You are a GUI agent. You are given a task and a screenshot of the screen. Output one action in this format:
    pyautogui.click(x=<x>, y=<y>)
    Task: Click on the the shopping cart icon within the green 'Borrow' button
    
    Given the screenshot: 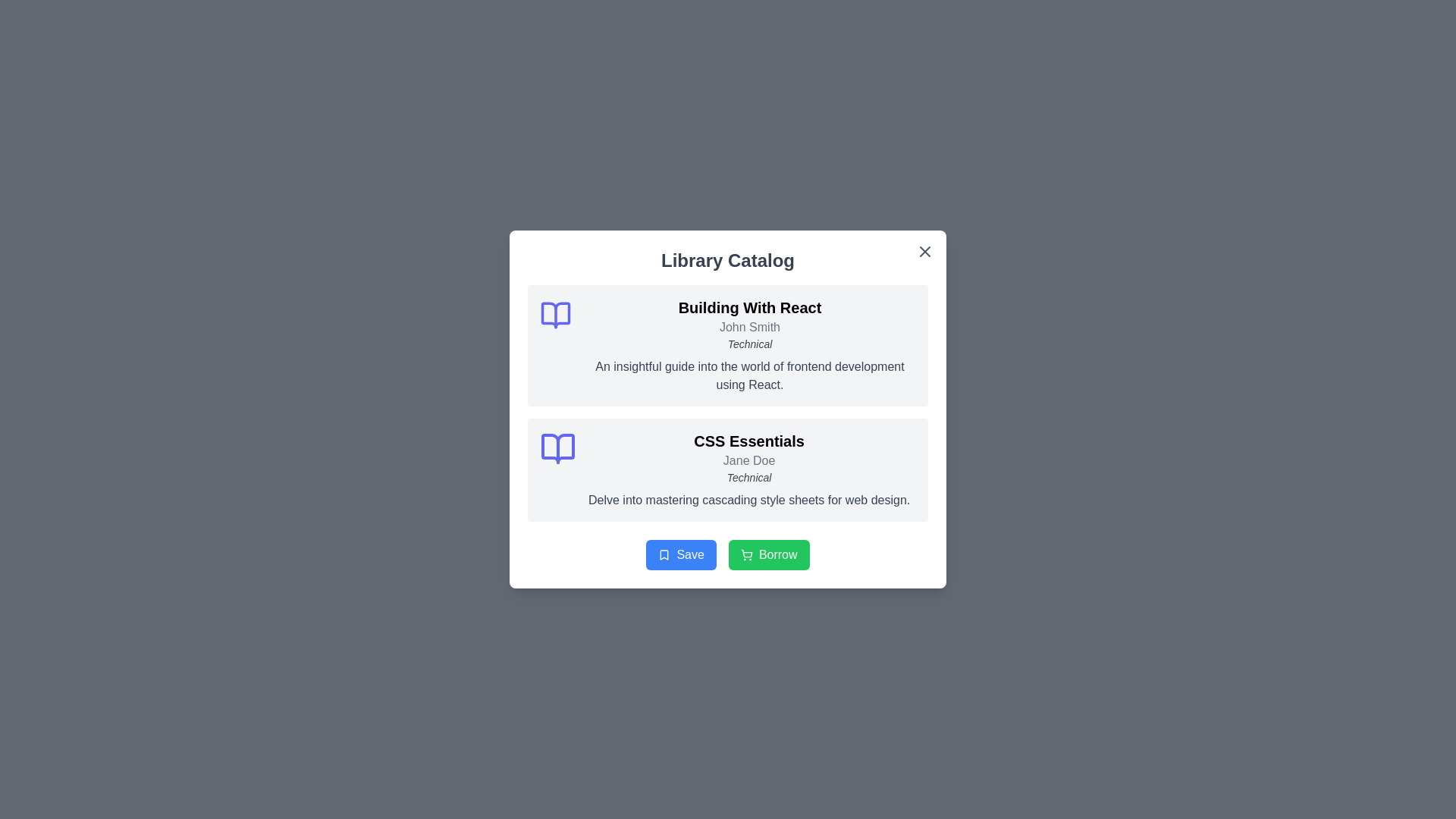 What is the action you would take?
    pyautogui.click(x=746, y=555)
    